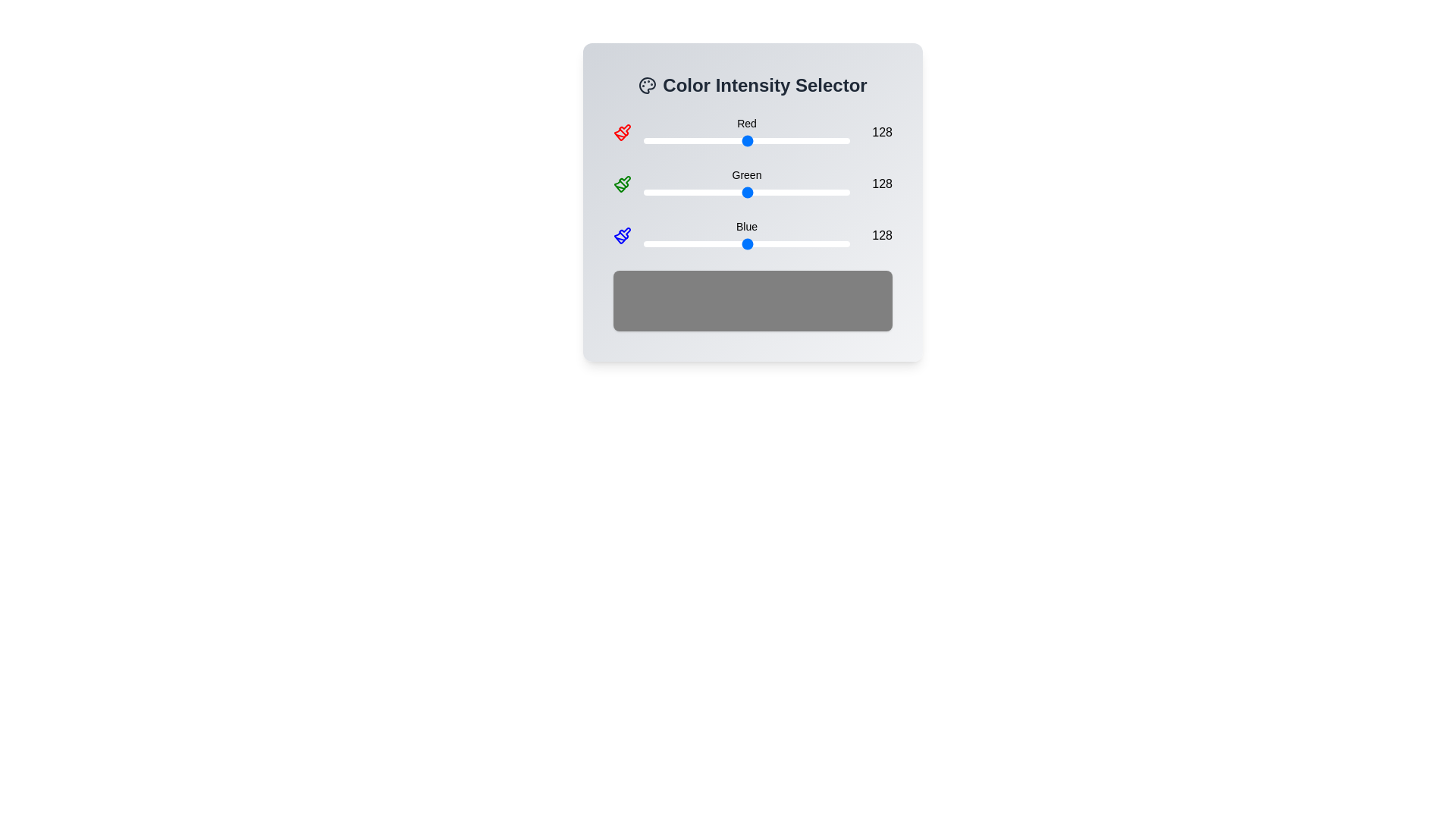 The height and width of the screenshot is (819, 1456). I want to click on the blue color intensity, so click(782, 243).